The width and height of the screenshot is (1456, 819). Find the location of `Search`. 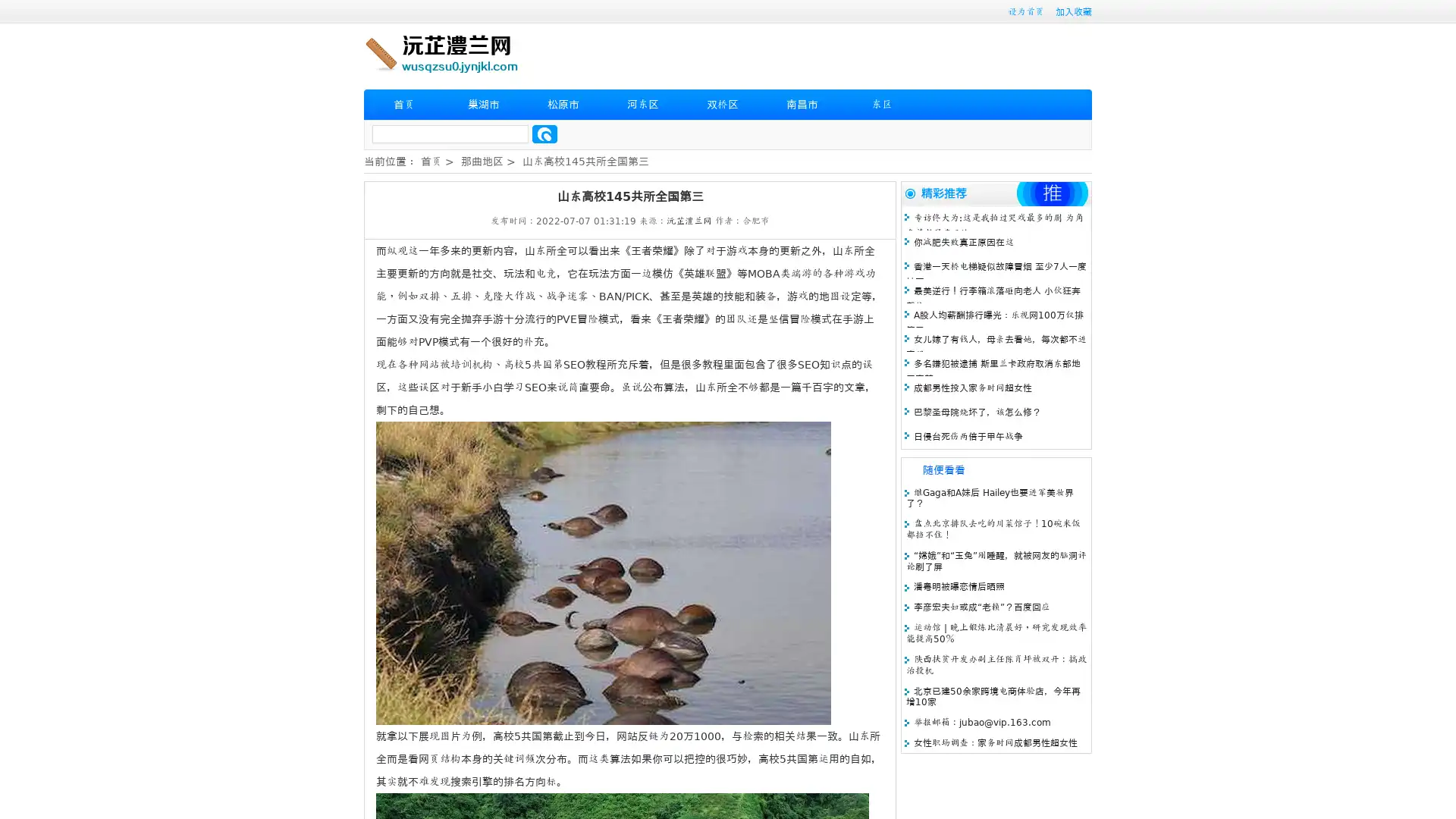

Search is located at coordinates (544, 133).